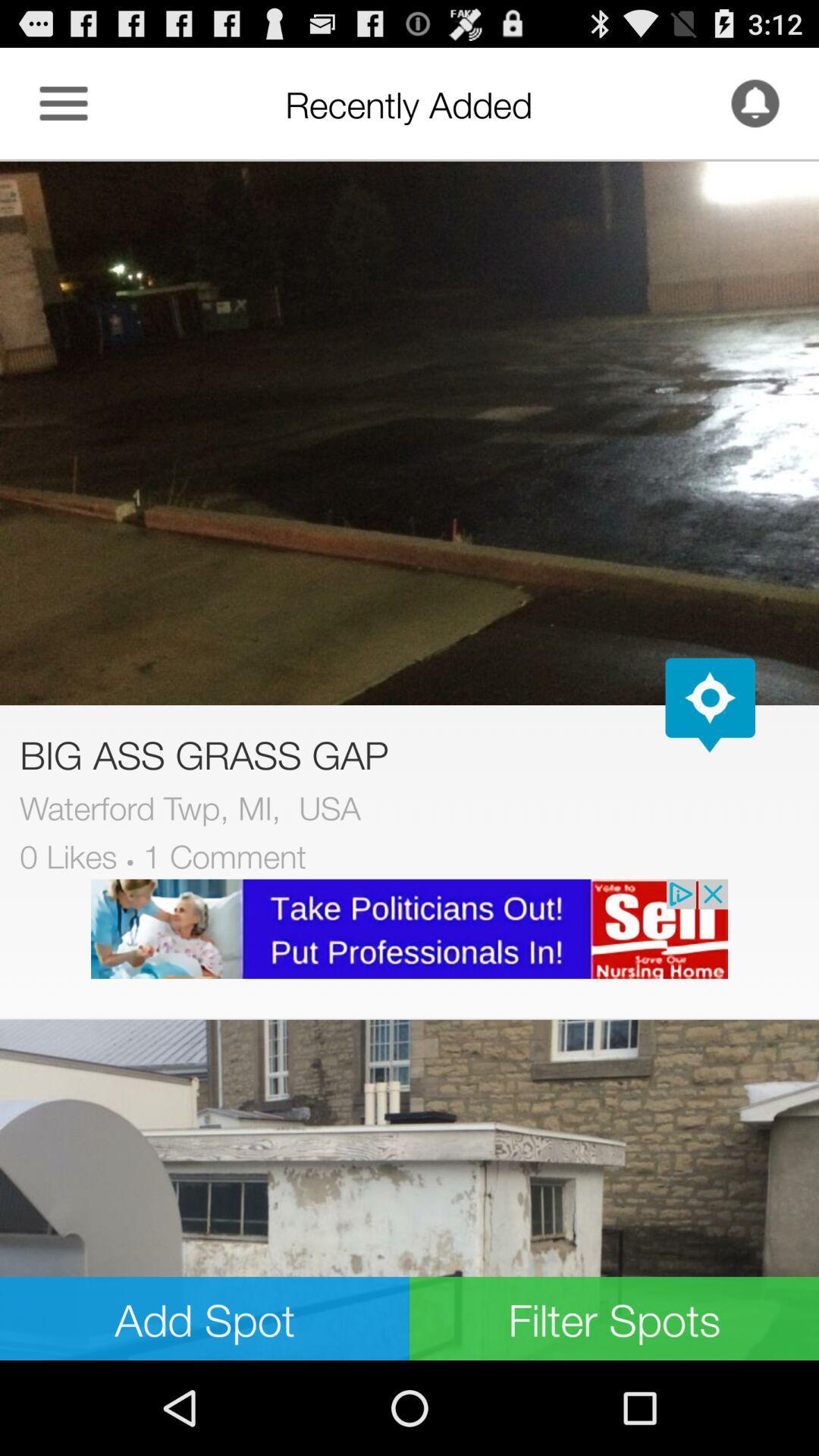  I want to click on the advertised site, so click(409, 928).